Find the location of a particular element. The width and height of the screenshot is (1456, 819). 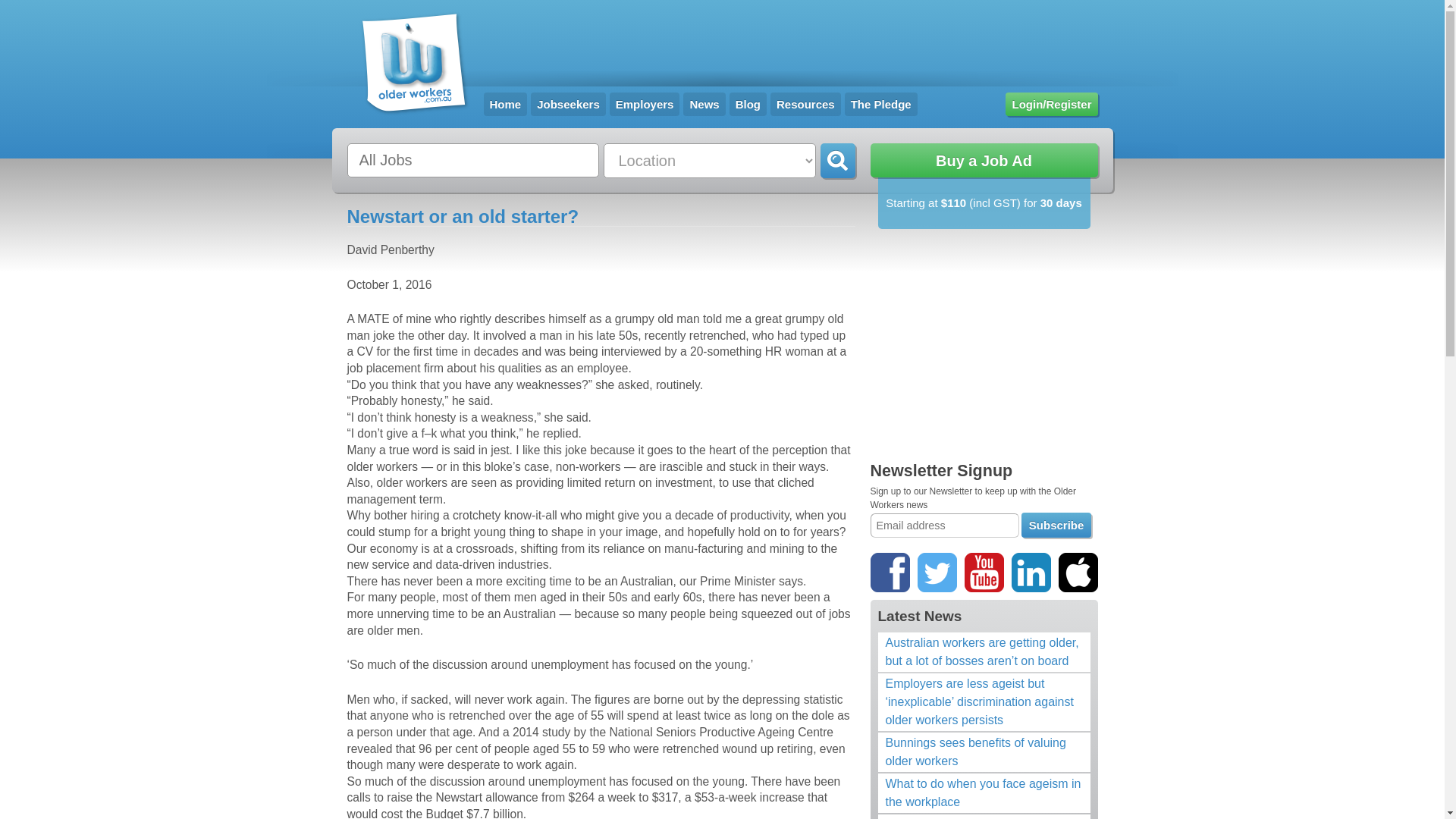

'Jobseekers' is located at coordinates (567, 103).